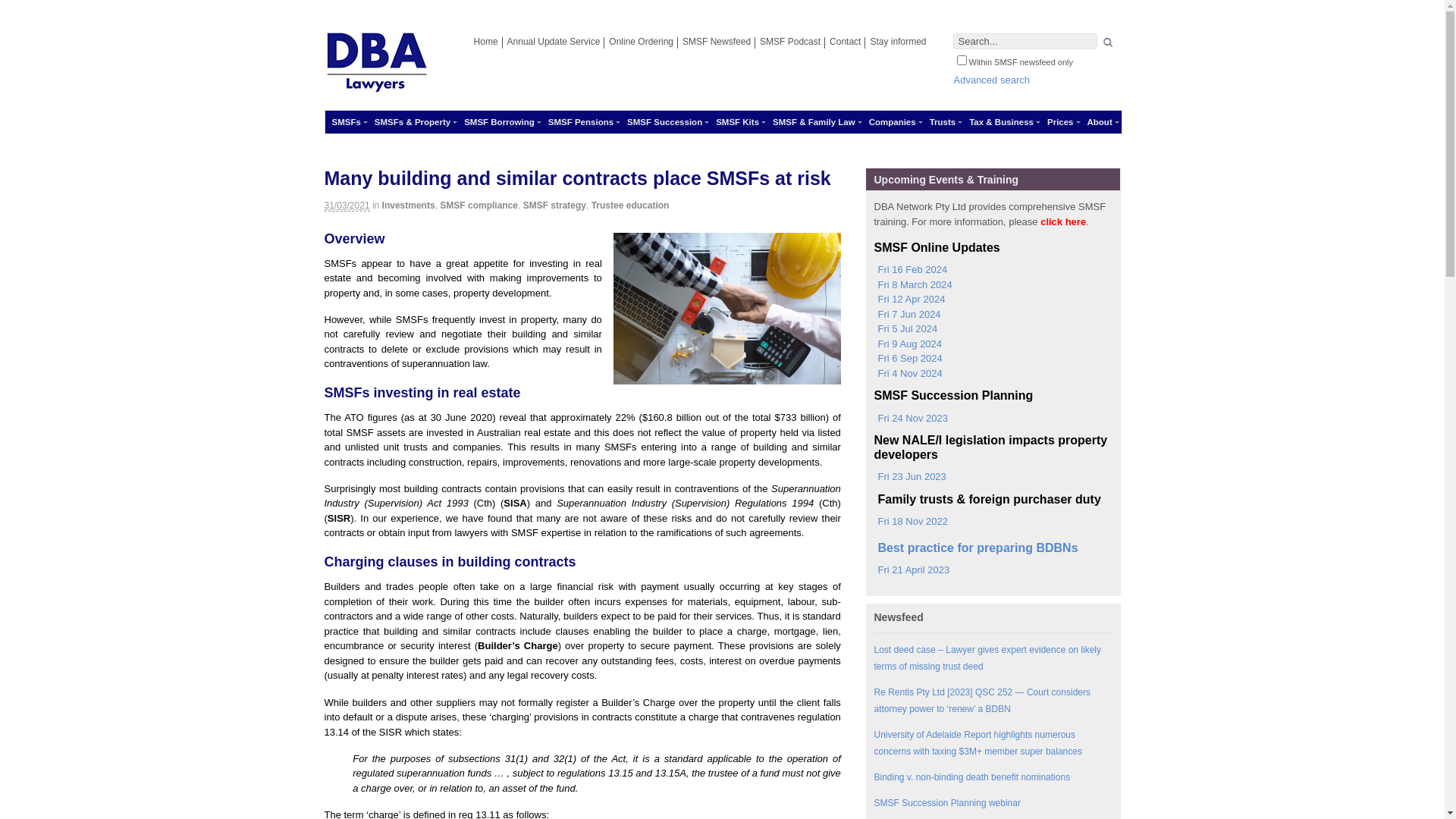 The width and height of the screenshot is (1456, 819). Describe the element at coordinates (912, 284) in the screenshot. I see `'Fri 8 March 2024'` at that location.